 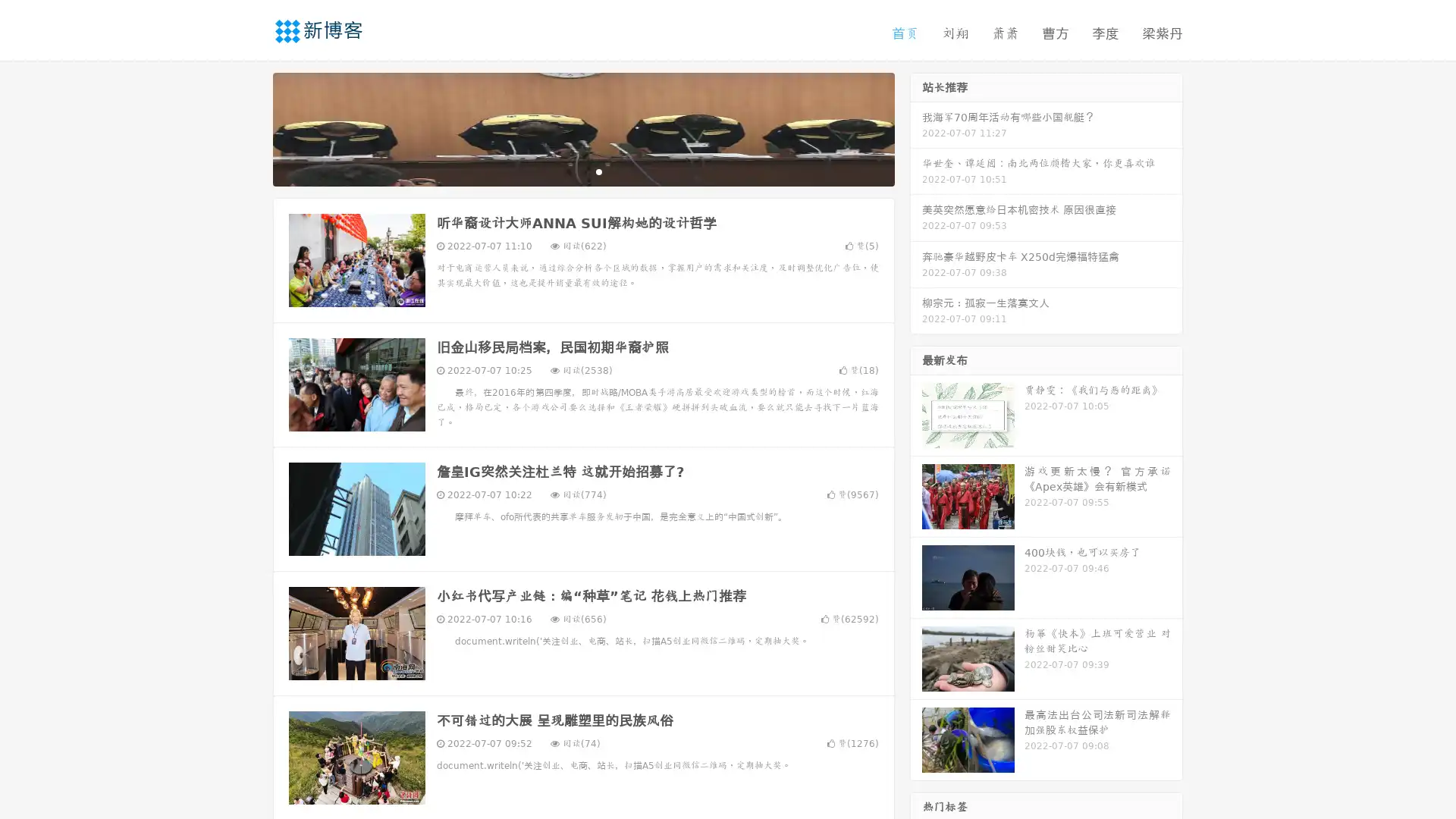 What do you see at coordinates (250, 127) in the screenshot?
I see `Previous slide` at bounding box center [250, 127].